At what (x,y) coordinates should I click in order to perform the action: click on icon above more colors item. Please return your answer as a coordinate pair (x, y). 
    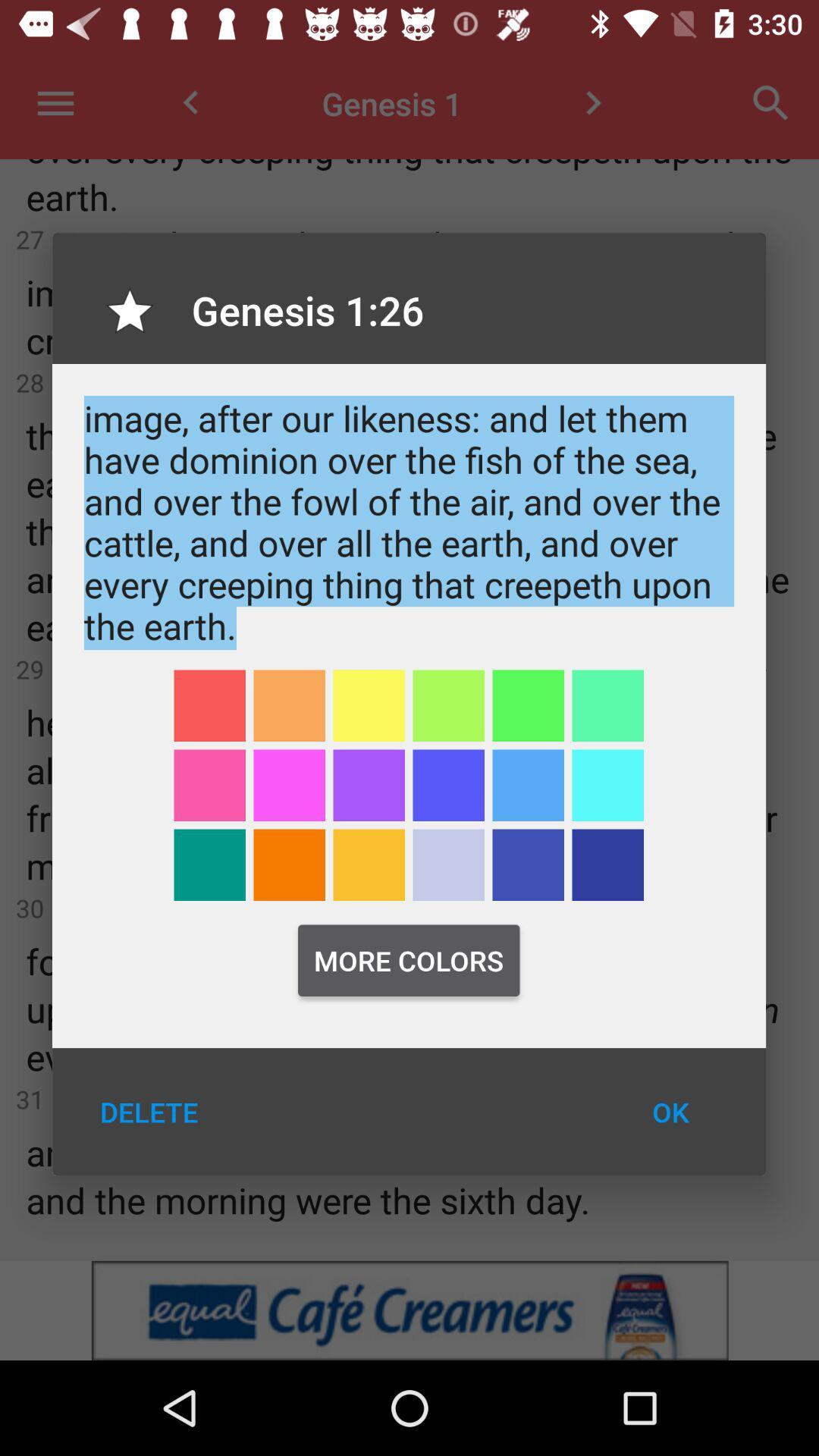
    Looking at the image, I should click on (527, 864).